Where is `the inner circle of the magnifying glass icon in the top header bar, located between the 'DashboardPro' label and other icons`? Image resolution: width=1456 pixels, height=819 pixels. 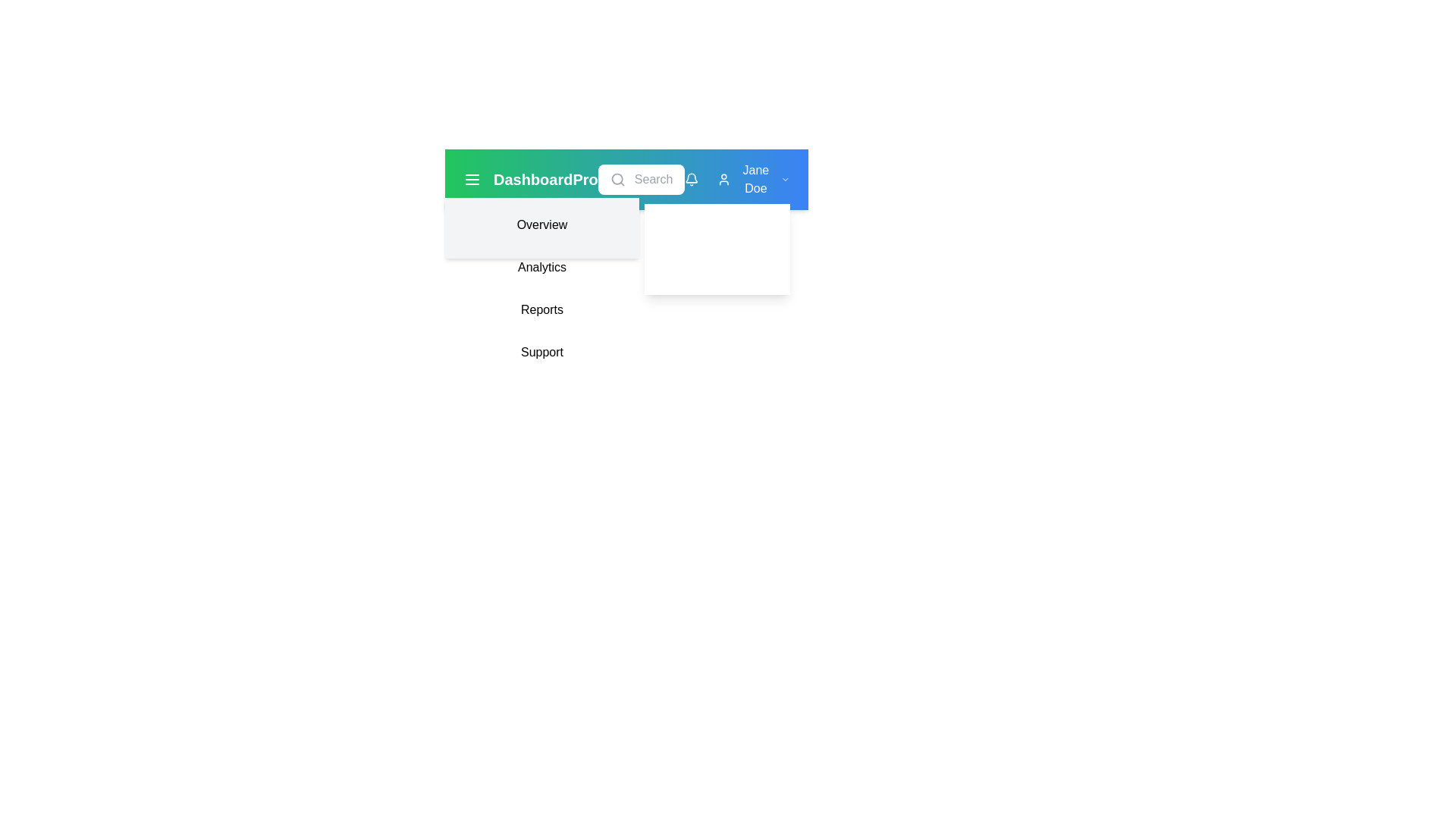 the inner circle of the magnifying glass icon in the top header bar, located between the 'DashboardPro' label and other icons is located at coordinates (617, 178).